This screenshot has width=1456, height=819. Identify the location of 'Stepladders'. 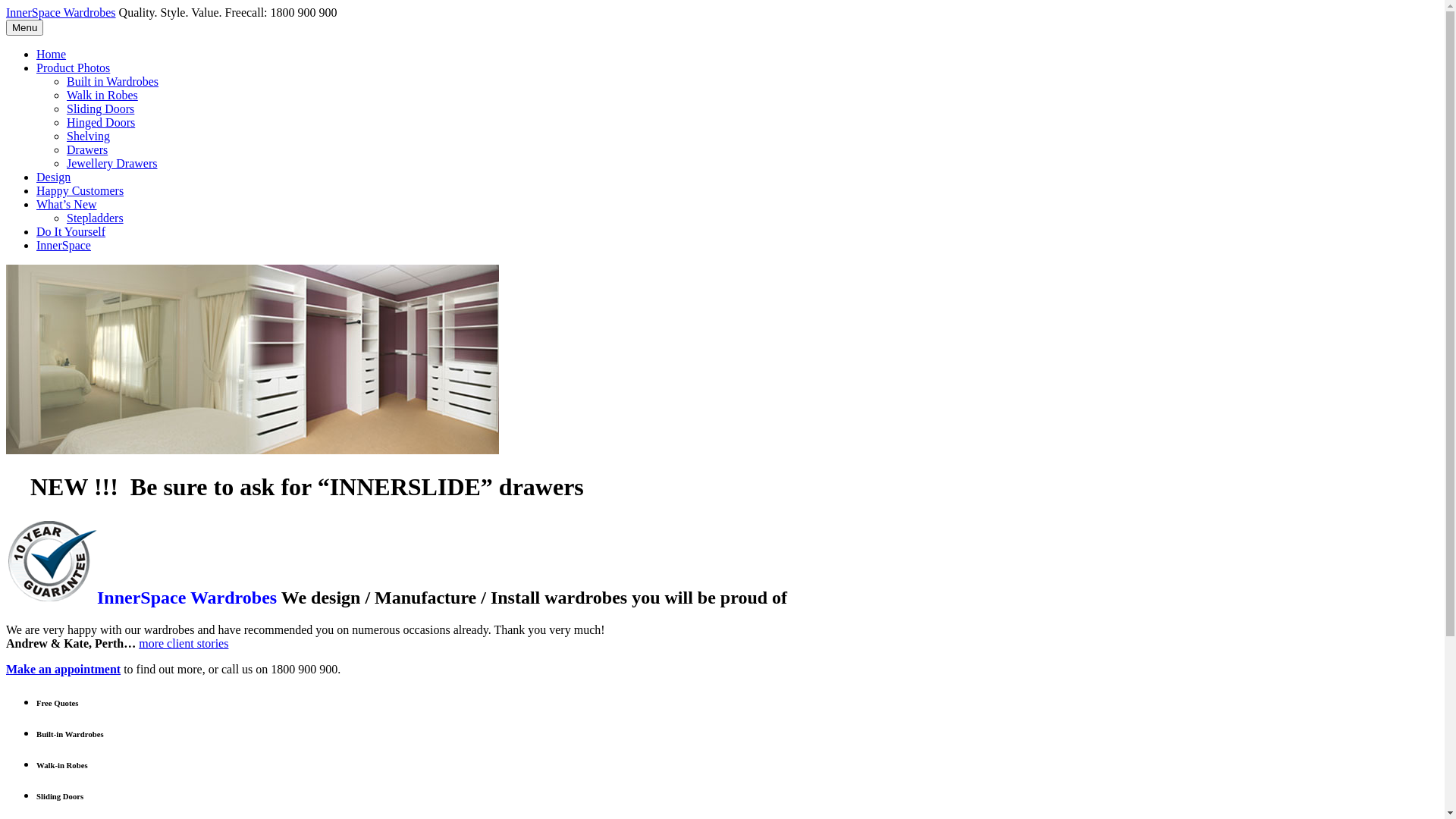
(94, 218).